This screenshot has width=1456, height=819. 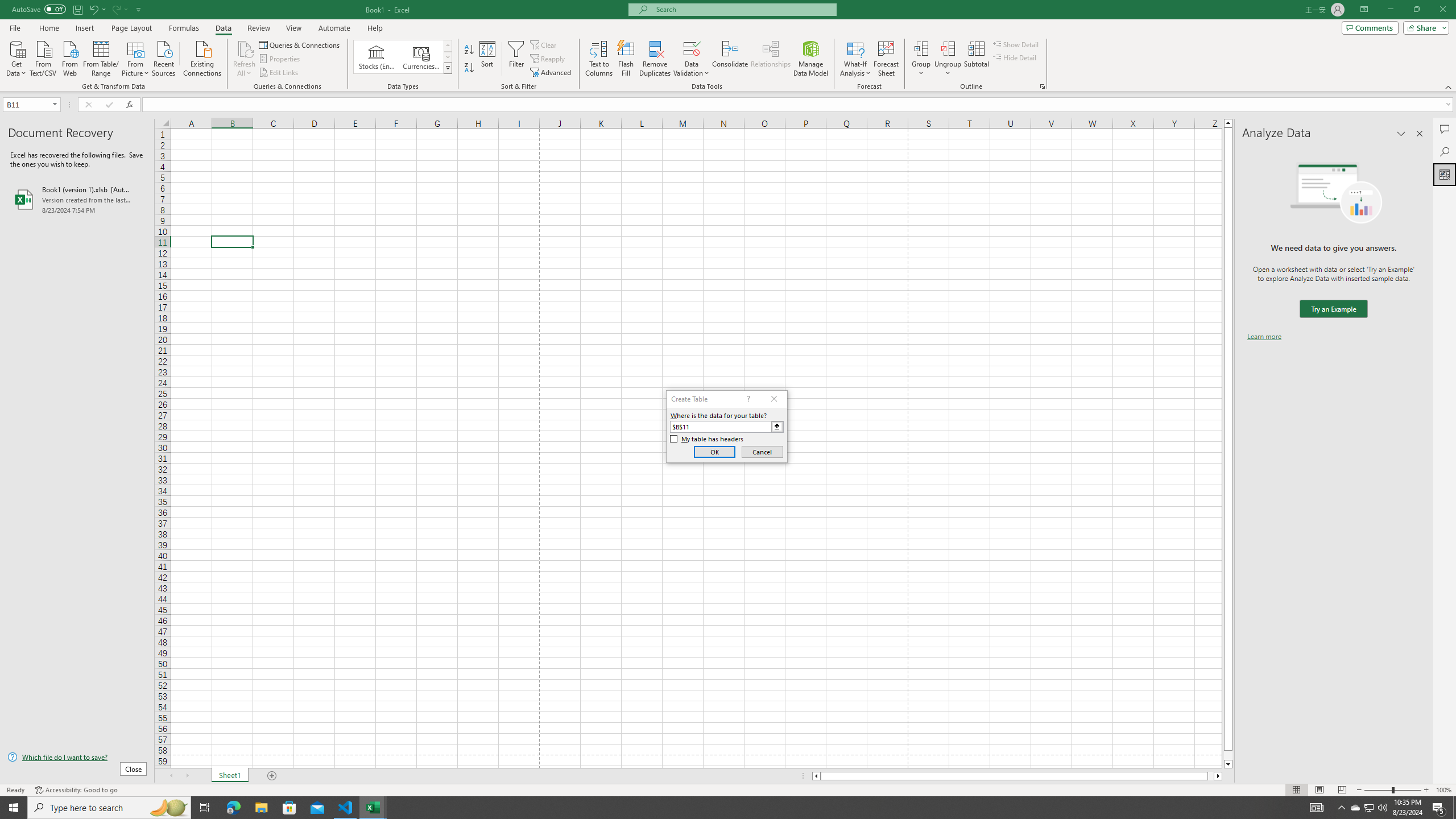 What do you see at coordinates (170, 775) in the screenshot?
I see `'Scroll Left'` at bounding box center [170, 775].